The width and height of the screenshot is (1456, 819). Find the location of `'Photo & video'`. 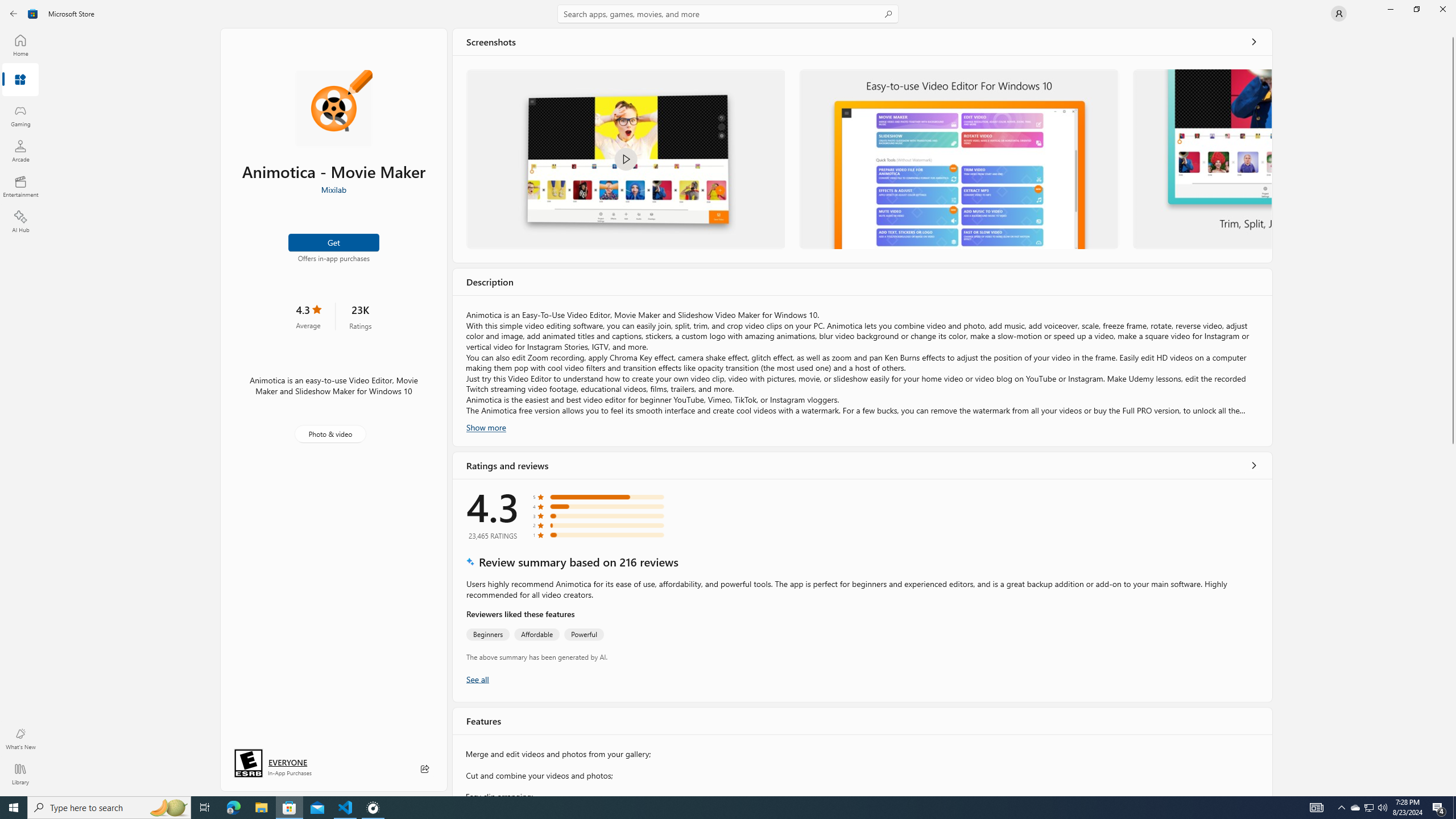

'Photo & video' is located at coordinates (329, 433).